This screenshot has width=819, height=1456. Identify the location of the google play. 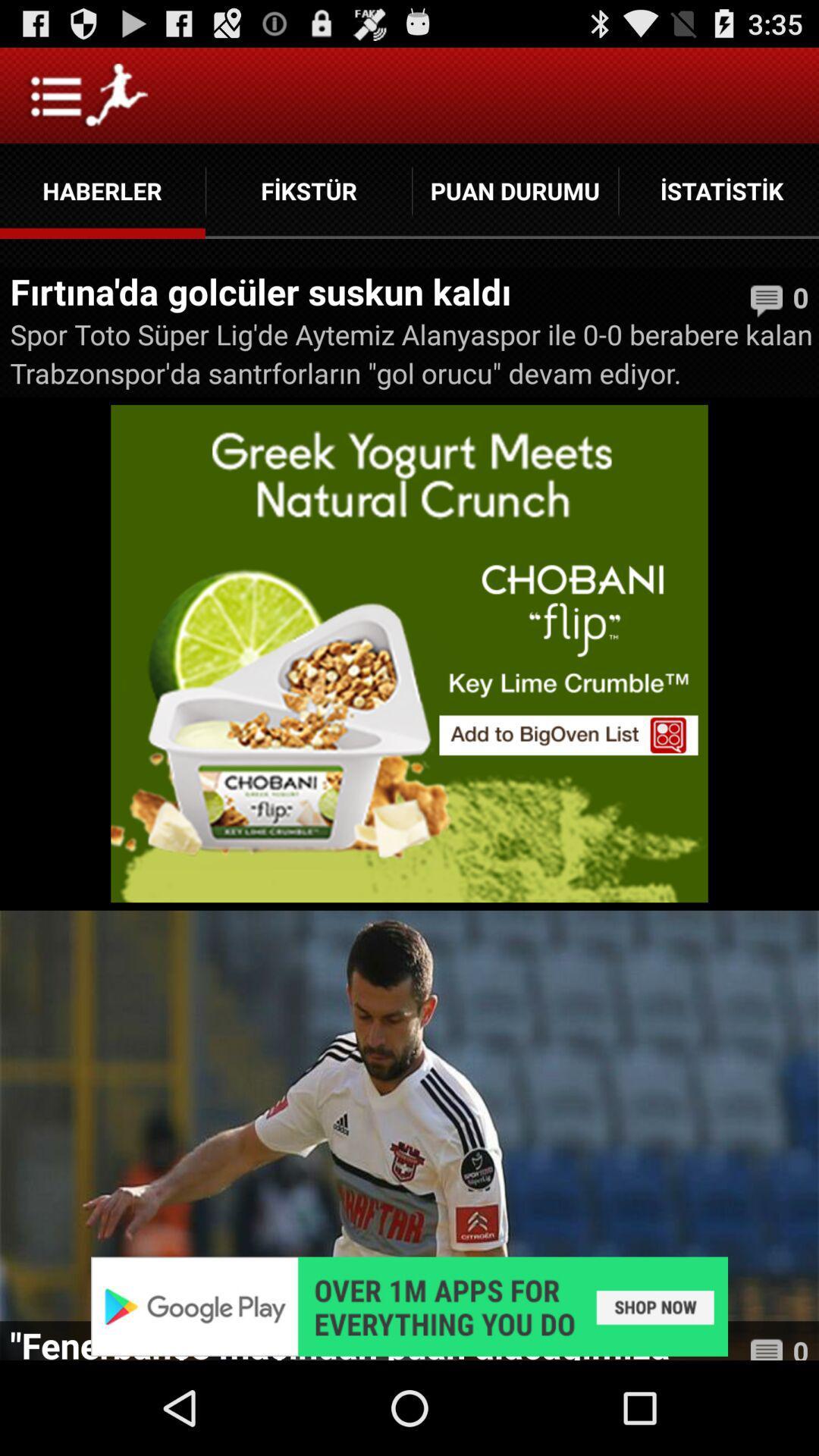
(409, 1306).